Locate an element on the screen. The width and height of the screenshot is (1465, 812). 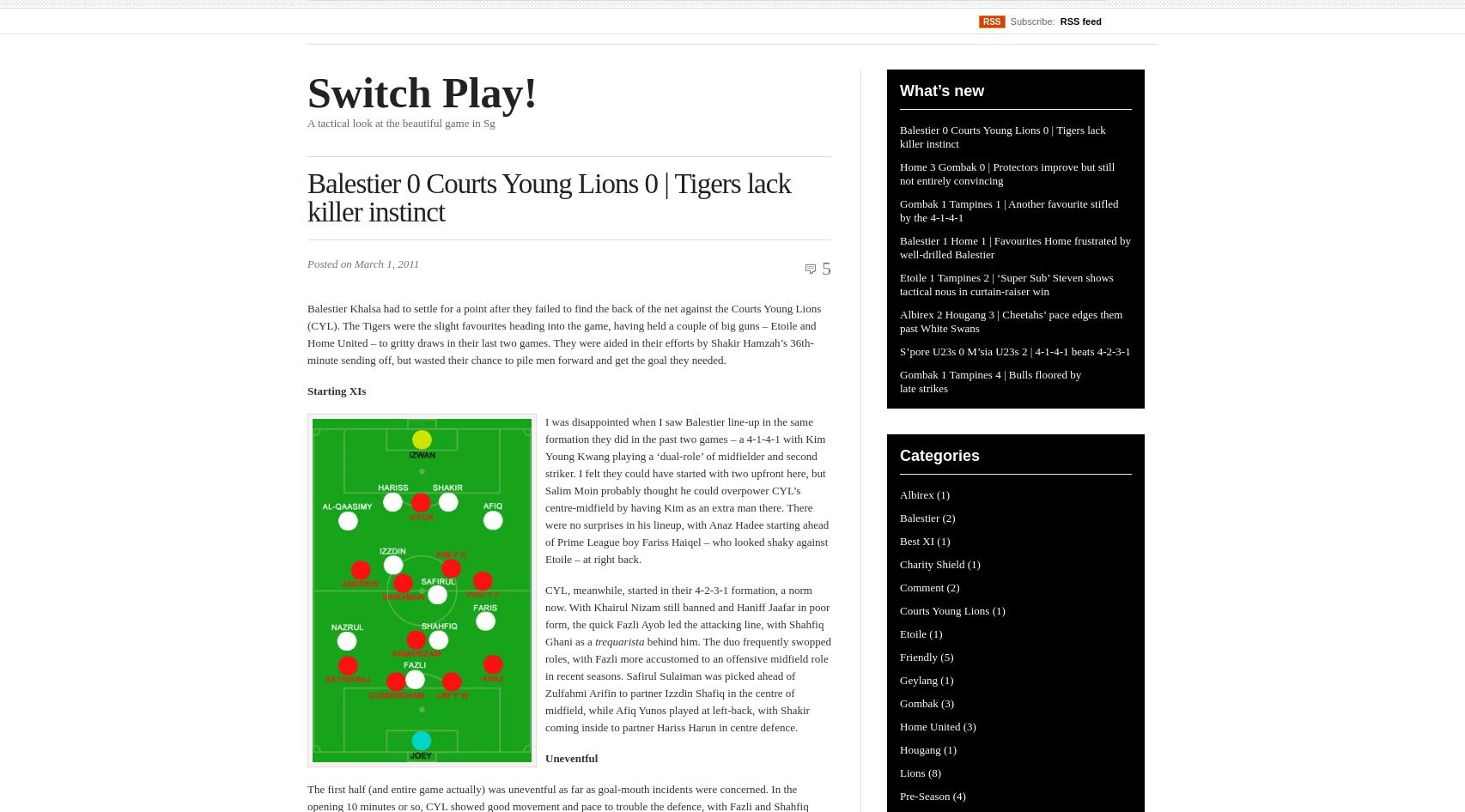
'Hougang' is located at coordinates (920, 748).